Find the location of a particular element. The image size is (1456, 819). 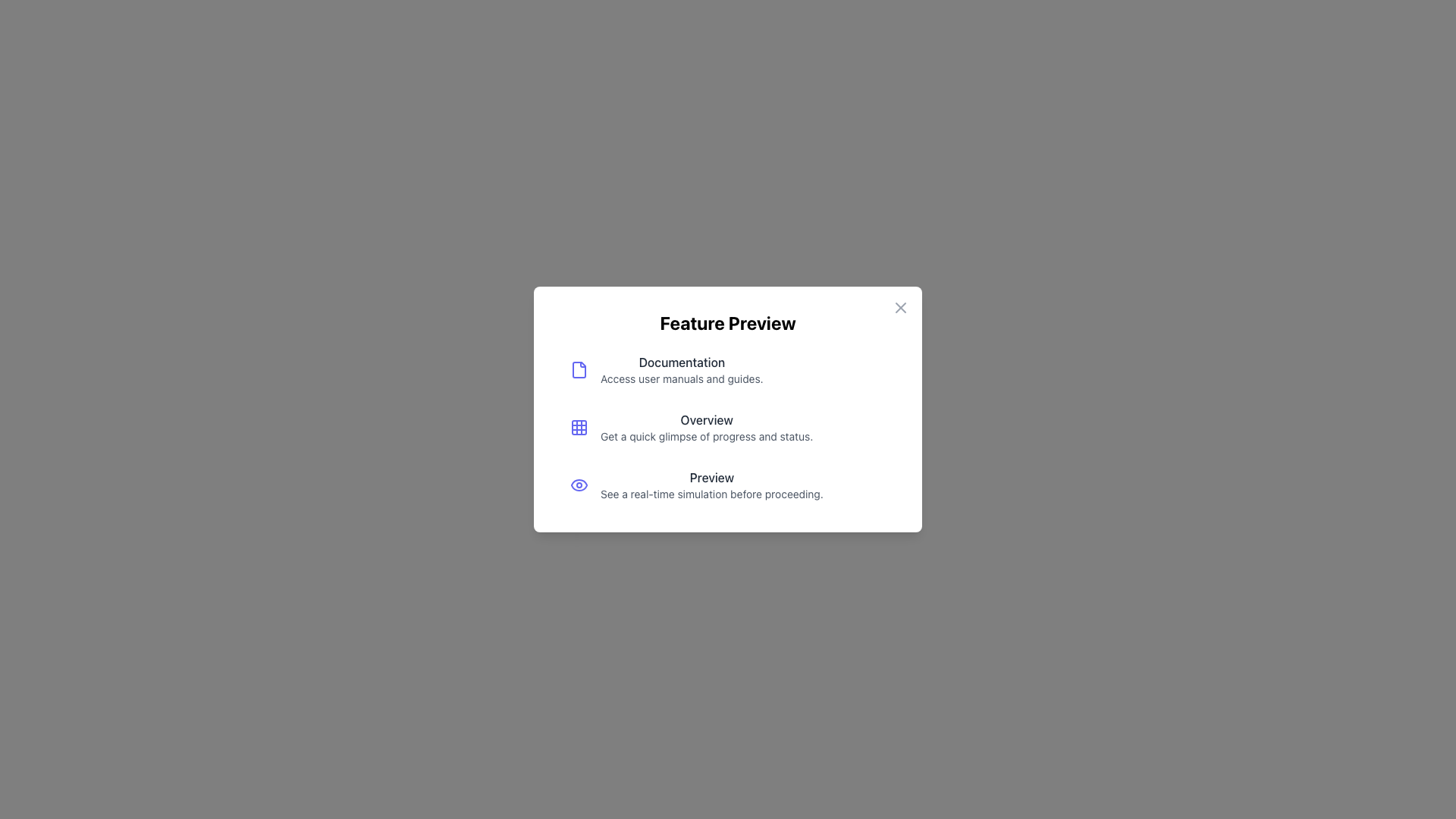

the third item in the vertical list within the modal dialog box is located at coordinates (728, 485).